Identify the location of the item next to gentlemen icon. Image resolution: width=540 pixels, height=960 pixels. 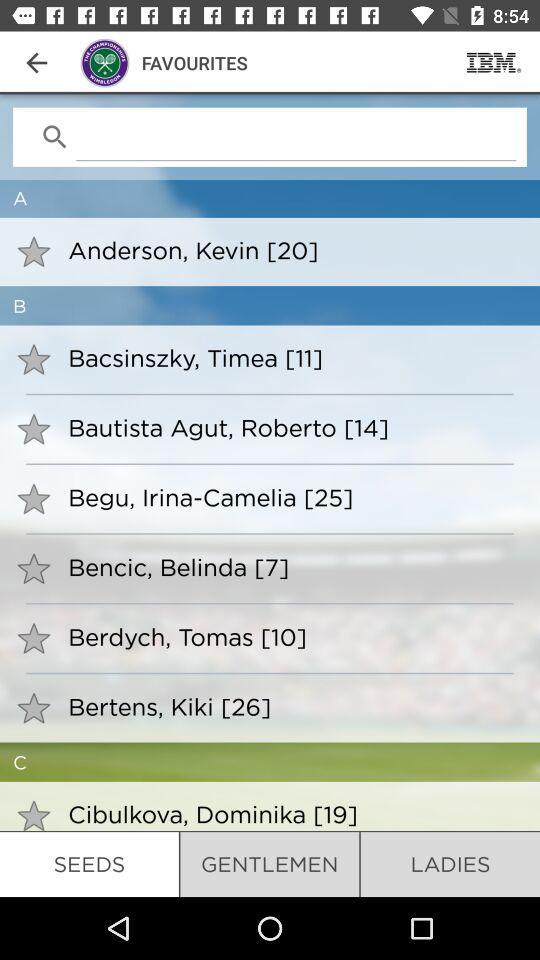
(450, 863).